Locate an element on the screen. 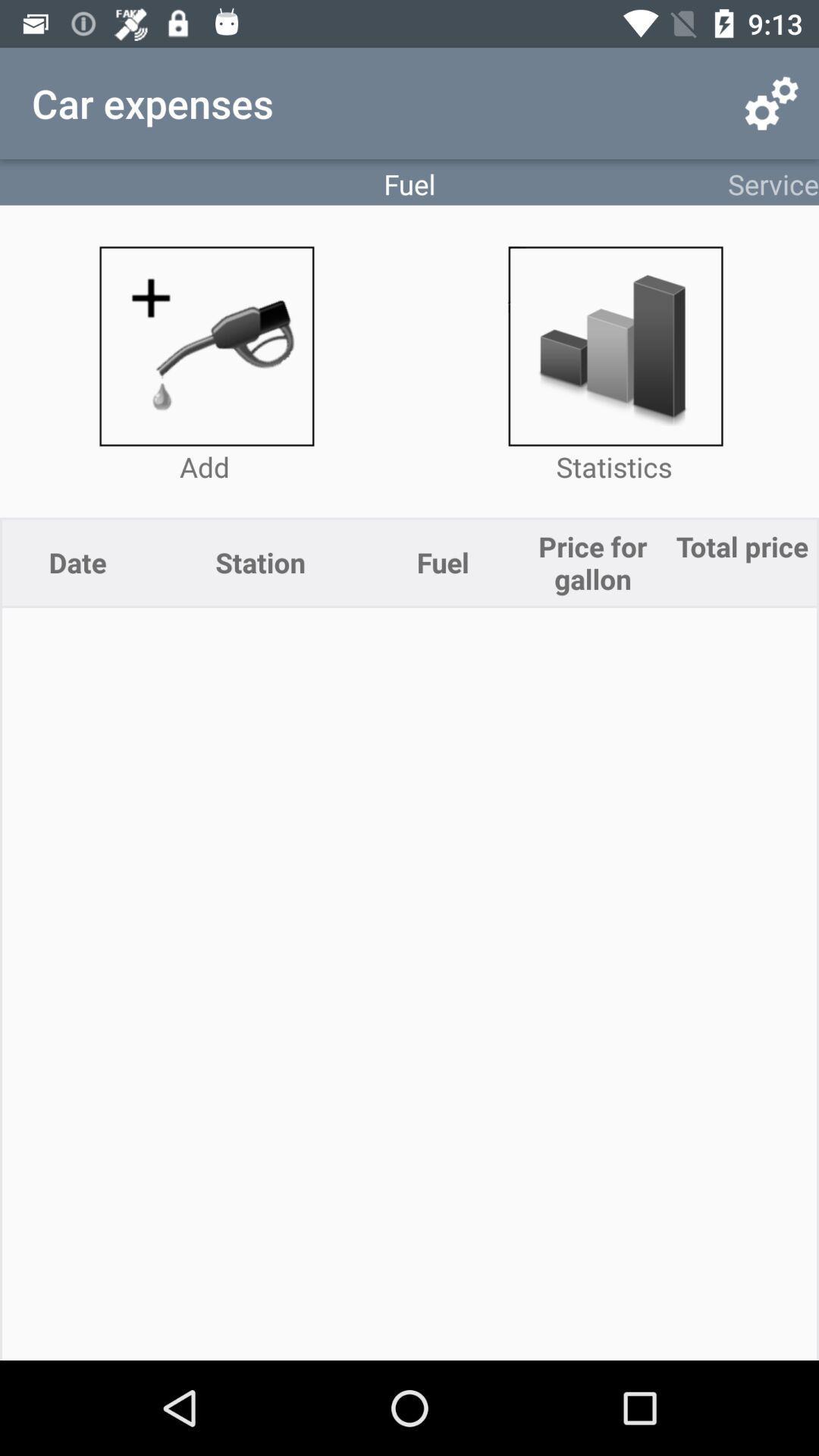 This screenshot has height=1456, width=819. add is located at coordinates (205, 345).